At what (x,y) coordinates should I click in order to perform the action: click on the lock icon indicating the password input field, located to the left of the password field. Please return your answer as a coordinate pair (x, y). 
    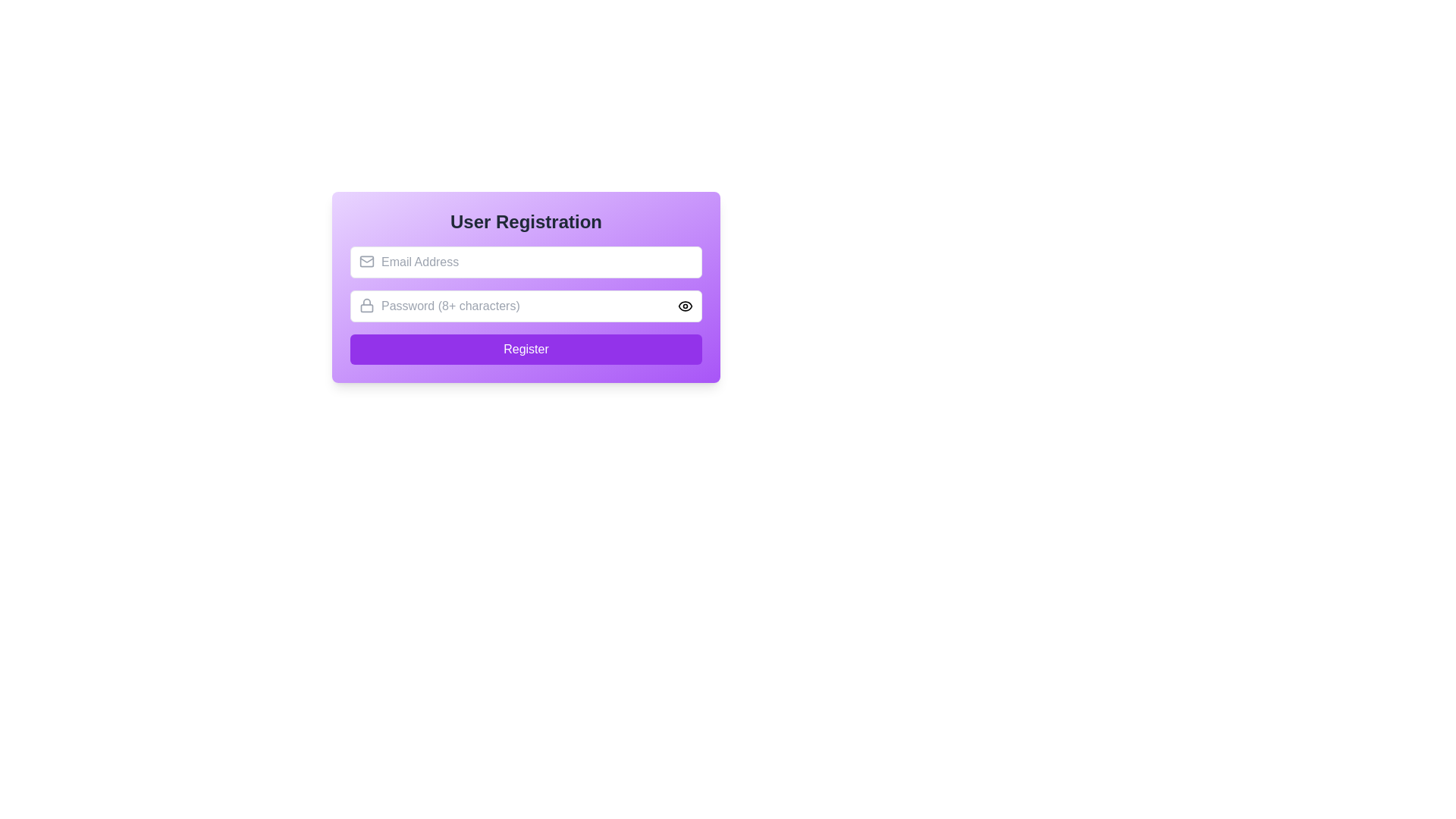
    Looking at the image, I should click on (367, 305).